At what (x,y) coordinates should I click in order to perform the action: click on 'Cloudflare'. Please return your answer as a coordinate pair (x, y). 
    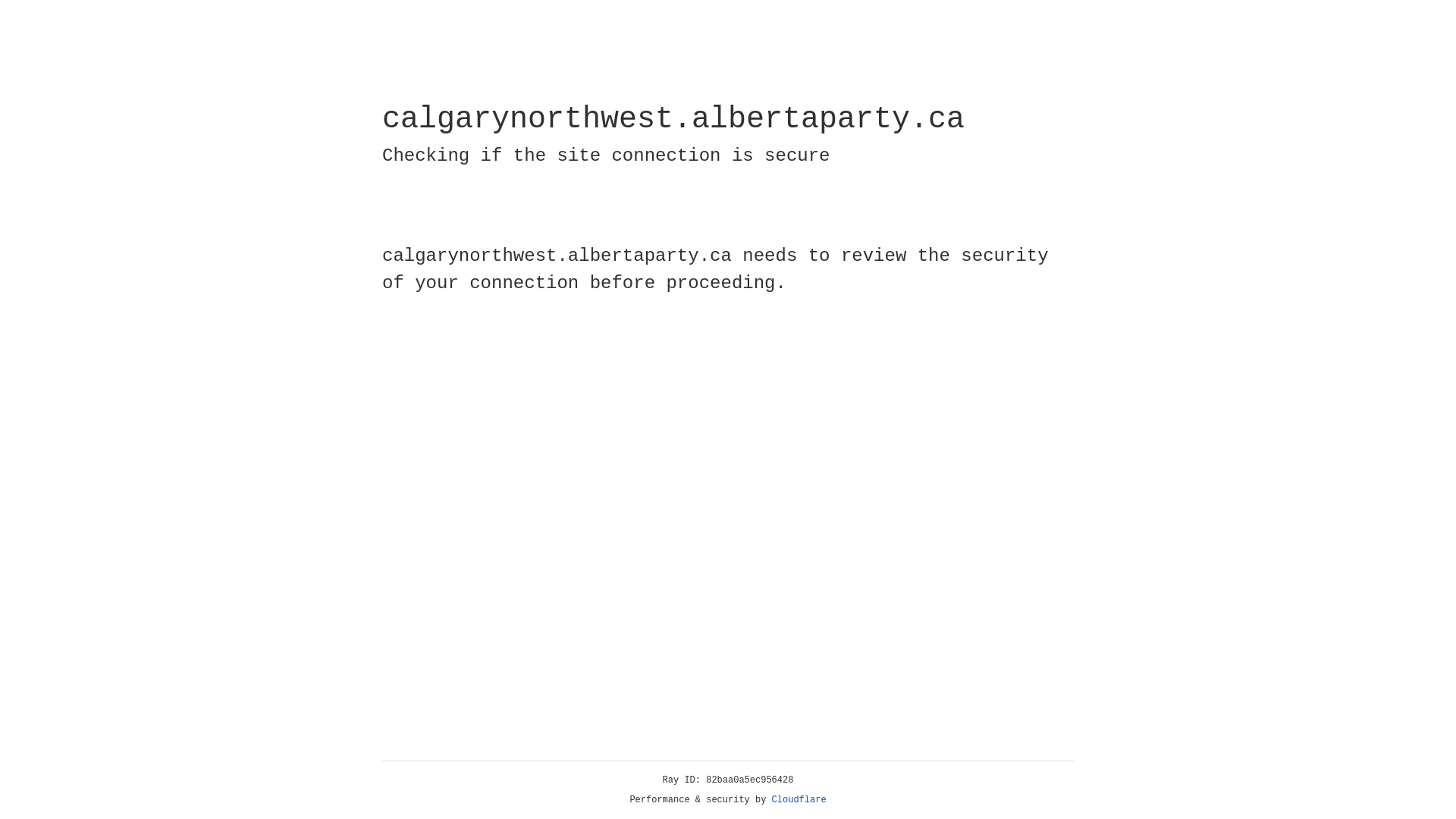
    Looking at the image, I should click on (799, 799).